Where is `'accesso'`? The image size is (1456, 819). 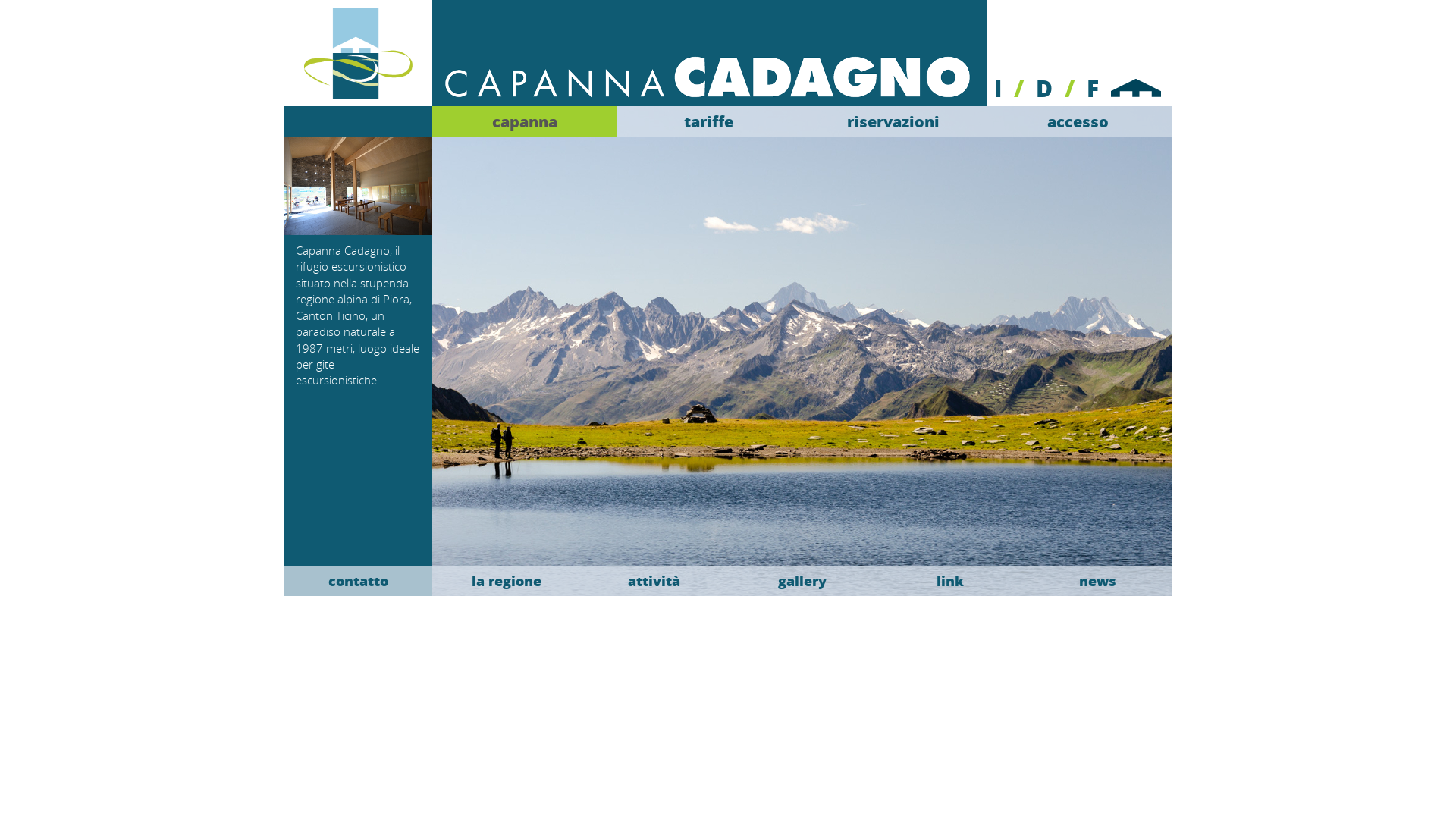 'accesso' is located at coordinates (1077, 120).